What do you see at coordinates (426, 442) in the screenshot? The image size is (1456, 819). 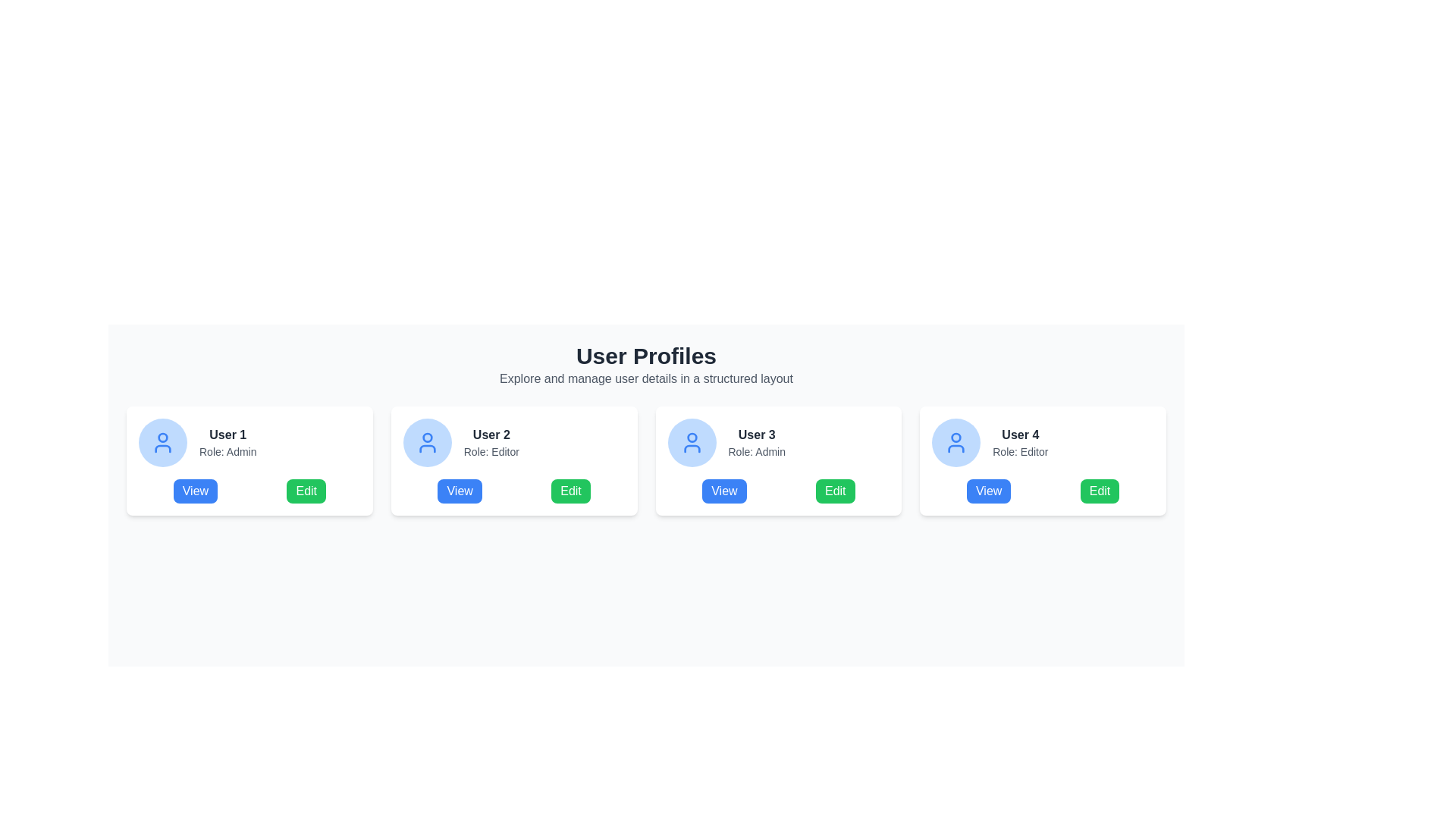 I see `the circular user icon with a light blue background and a blue outlined user silhouette, located` at bounding box center [426, 442].